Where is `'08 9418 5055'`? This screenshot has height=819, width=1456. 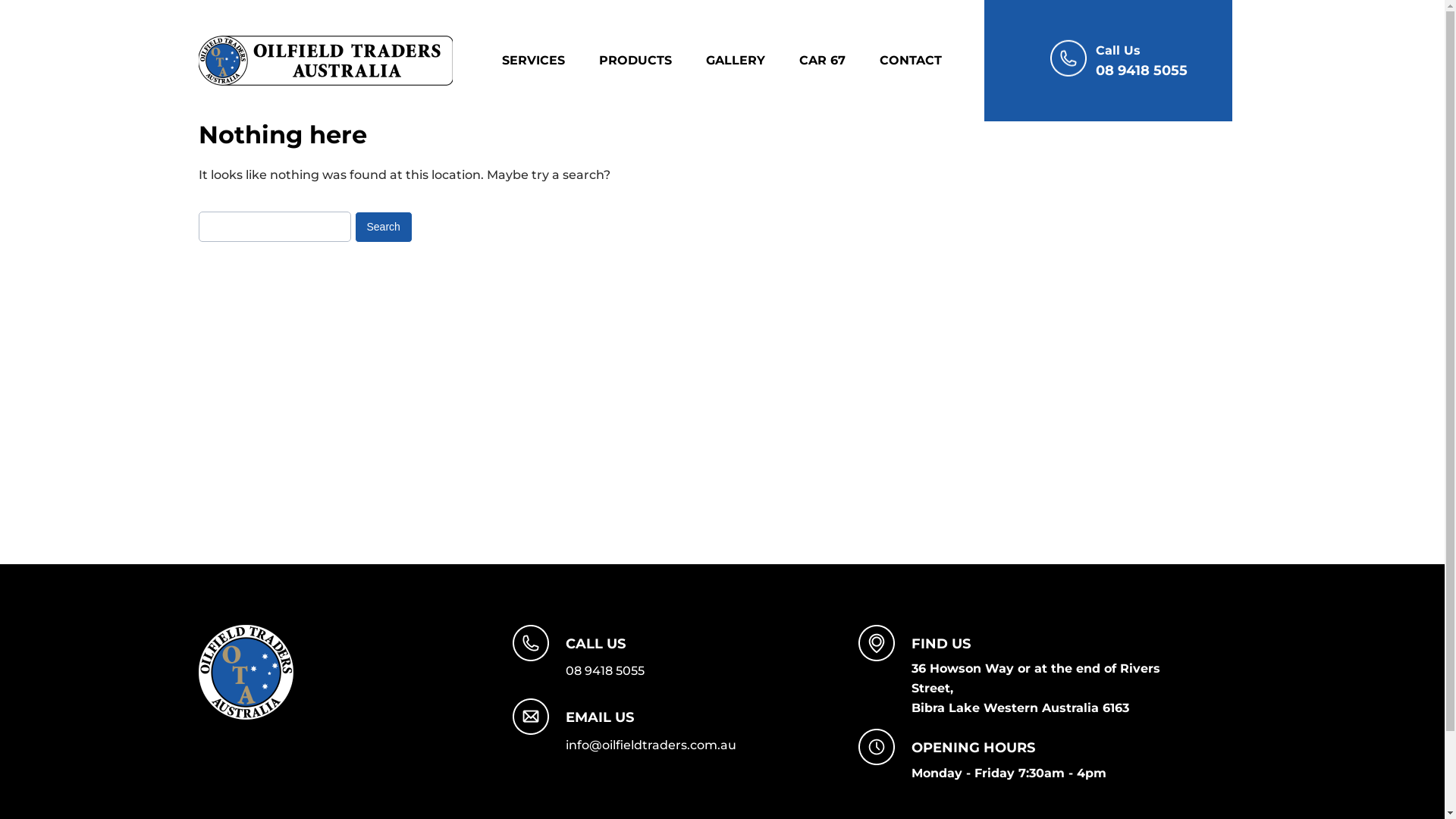 '08 9418 5055' is located at coordinates (1141, 70).